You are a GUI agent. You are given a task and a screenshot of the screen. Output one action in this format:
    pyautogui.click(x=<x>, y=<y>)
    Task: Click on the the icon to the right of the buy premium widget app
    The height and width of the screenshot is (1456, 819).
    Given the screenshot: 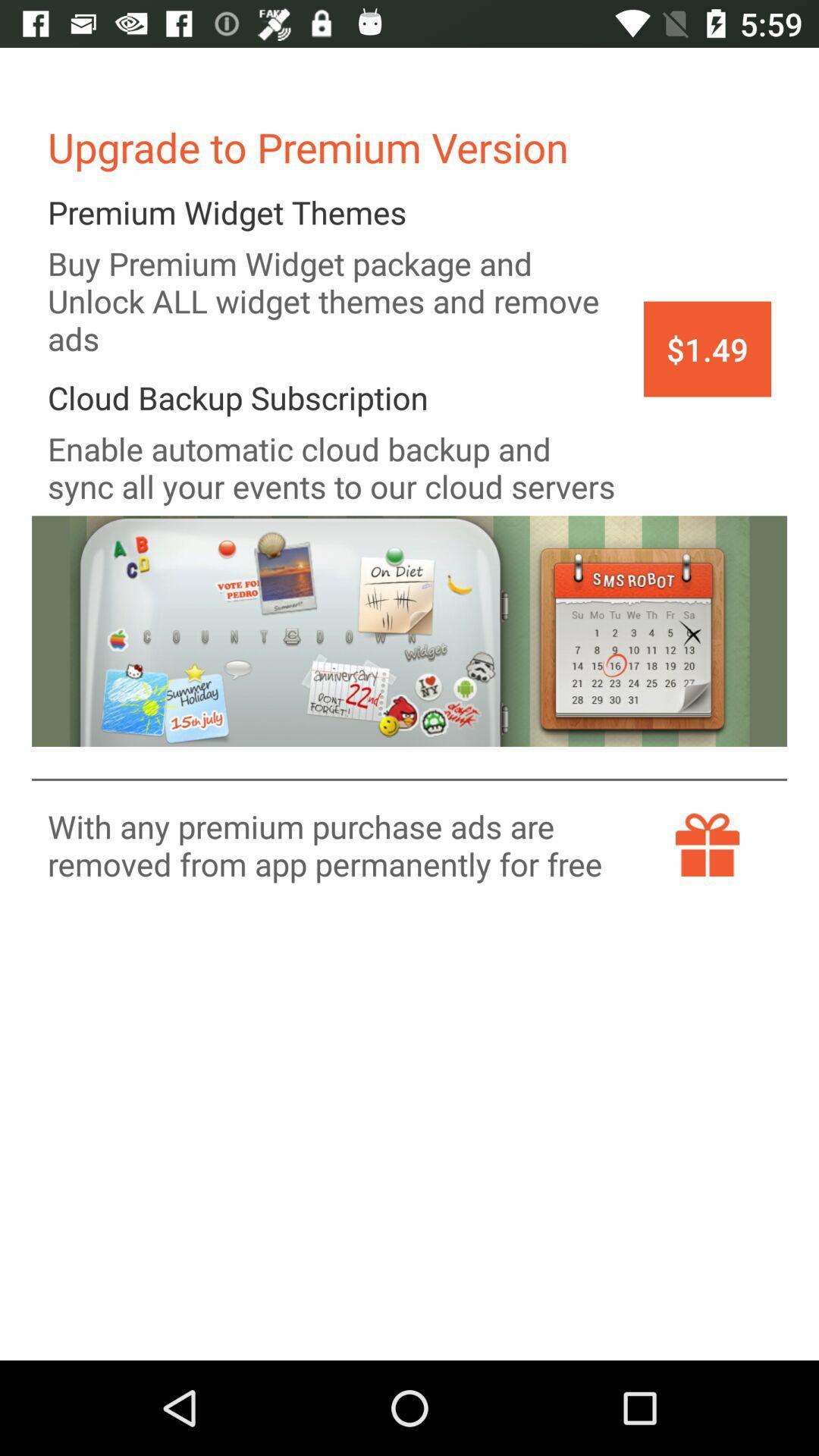 What is the action you would take?
    pyautogui.click(x=708, y=348)
    